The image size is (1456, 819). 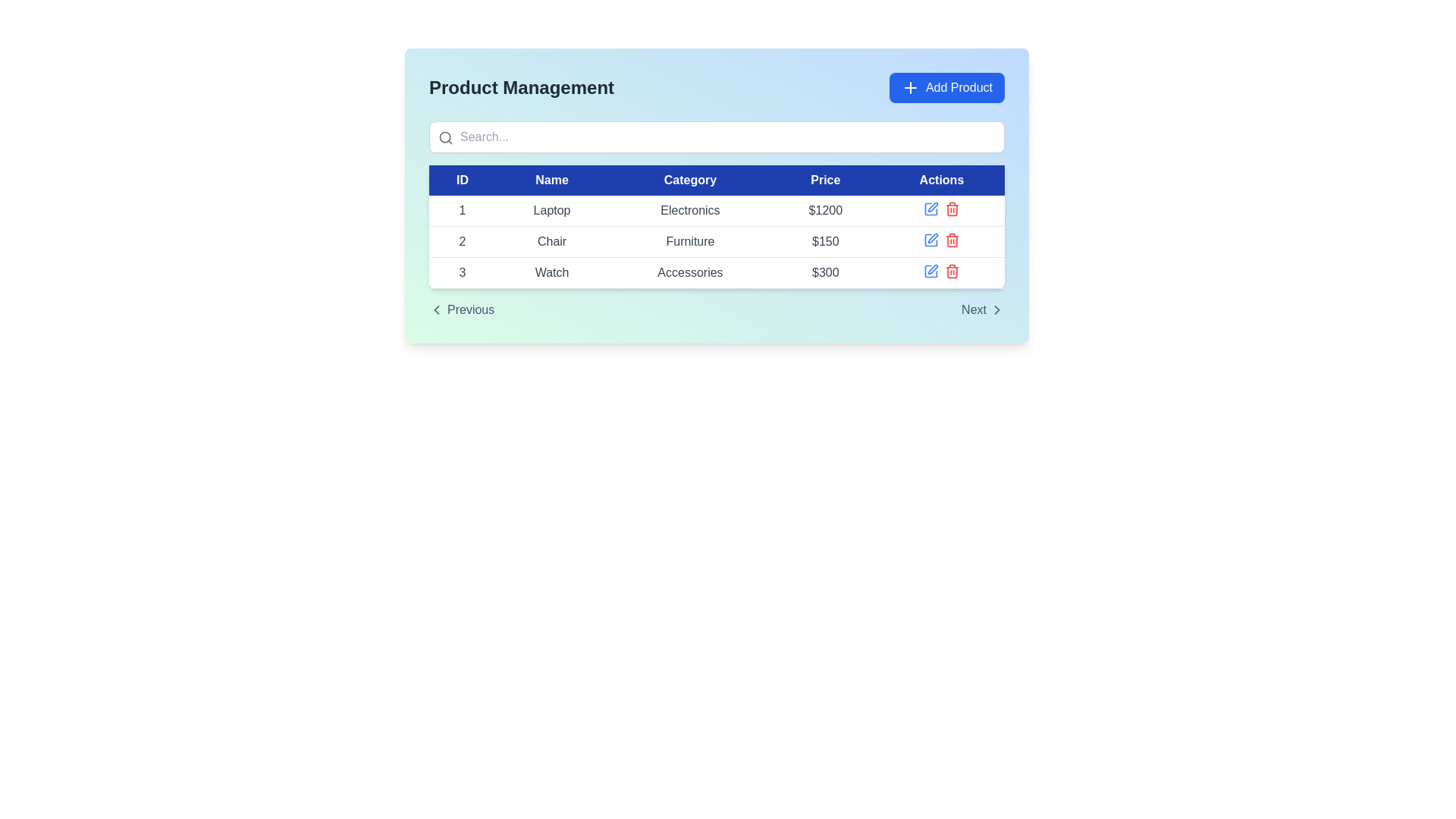 I want to click on the 'Electronics' text label in the 'Category' column for the 'Laptop' entry, so click(x=689, y=211).